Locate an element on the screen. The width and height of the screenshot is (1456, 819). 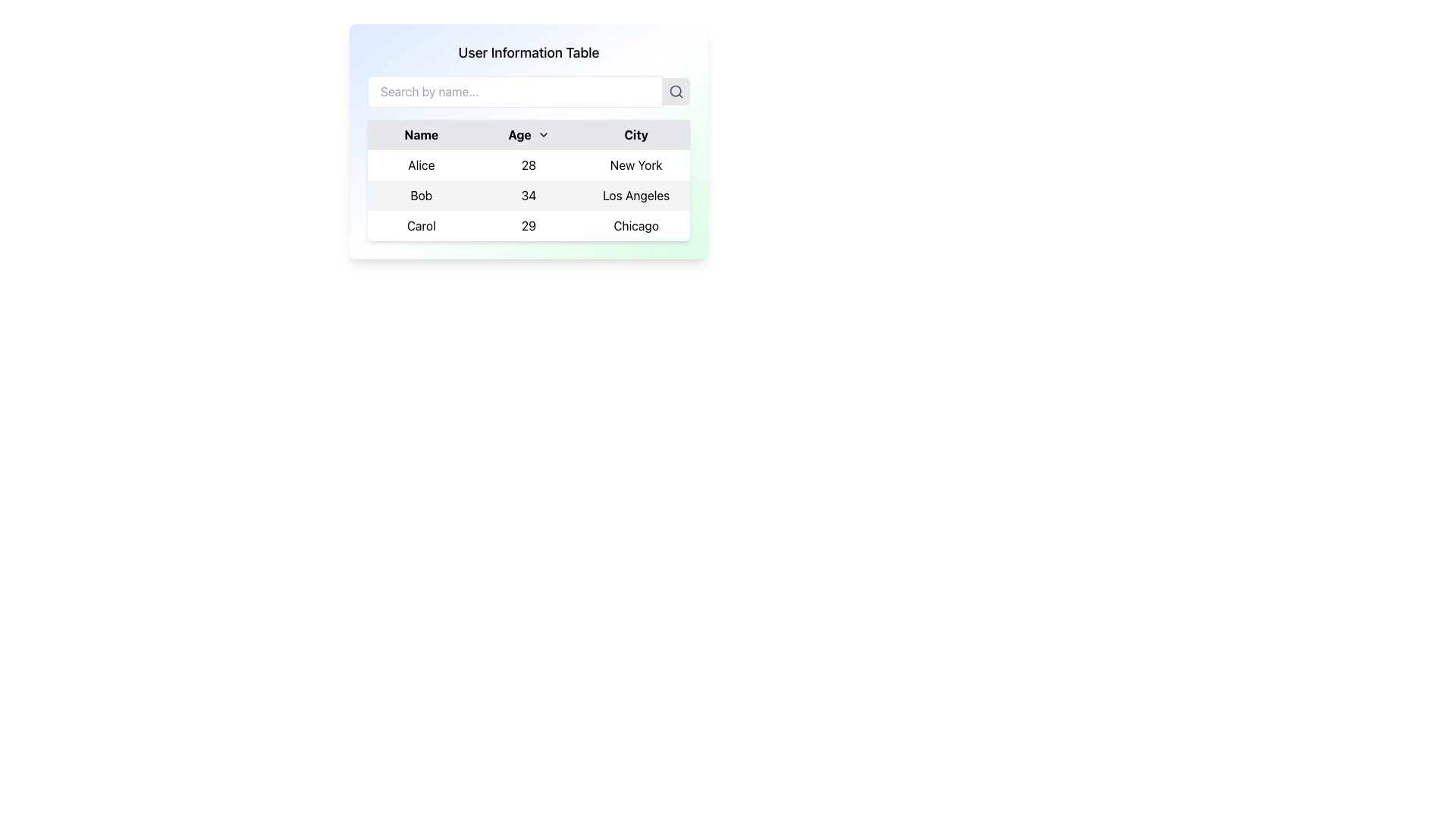
the gray button with a magnifying glass icon located at the rightmost end of the search bar is located at coordinates (676, 91).